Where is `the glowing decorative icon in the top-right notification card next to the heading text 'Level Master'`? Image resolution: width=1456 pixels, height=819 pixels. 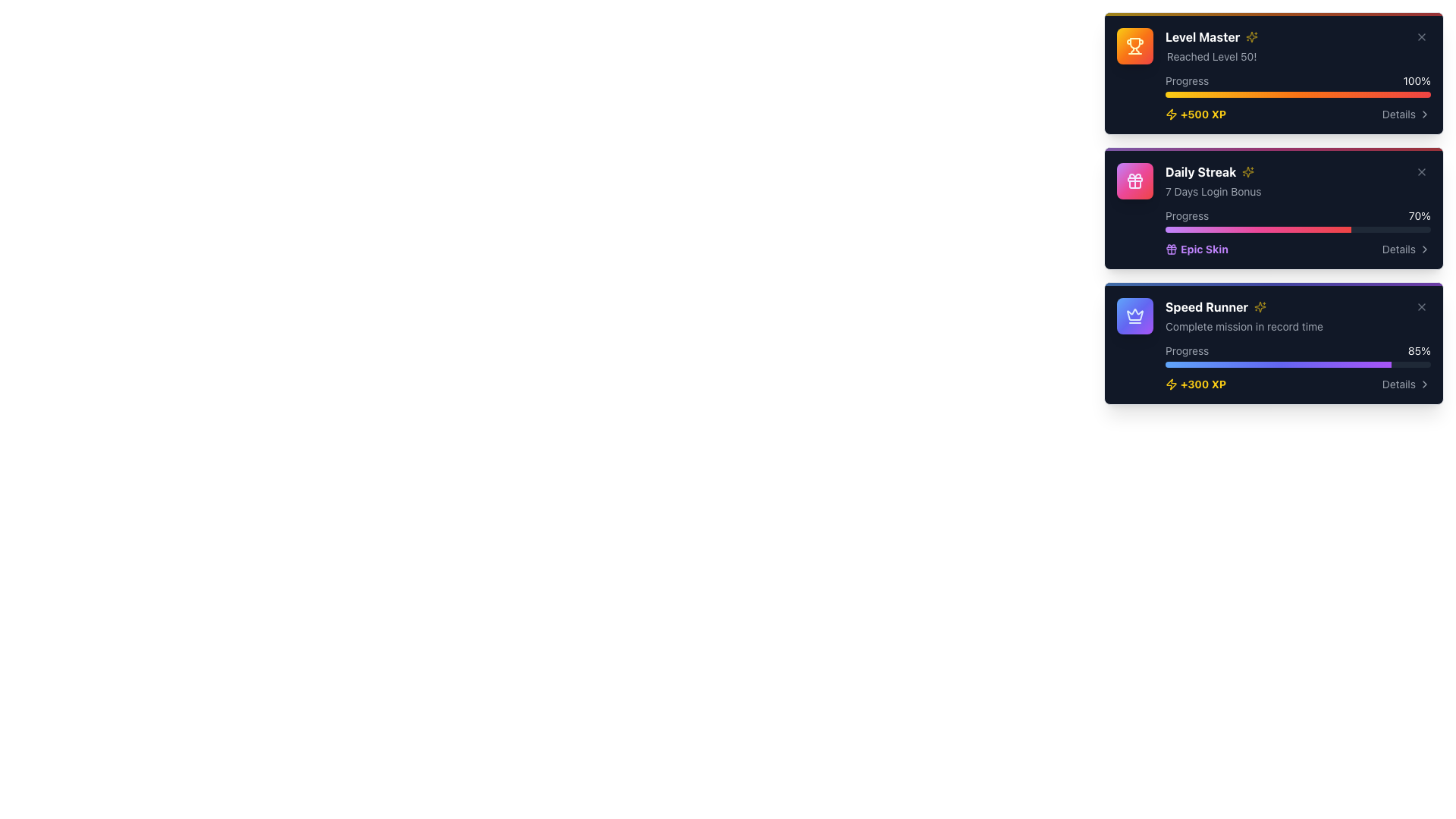
the glowing decorative icon in the top-right notification card next to the heading text 'Level Master' is located at coordinates (1248, 171).